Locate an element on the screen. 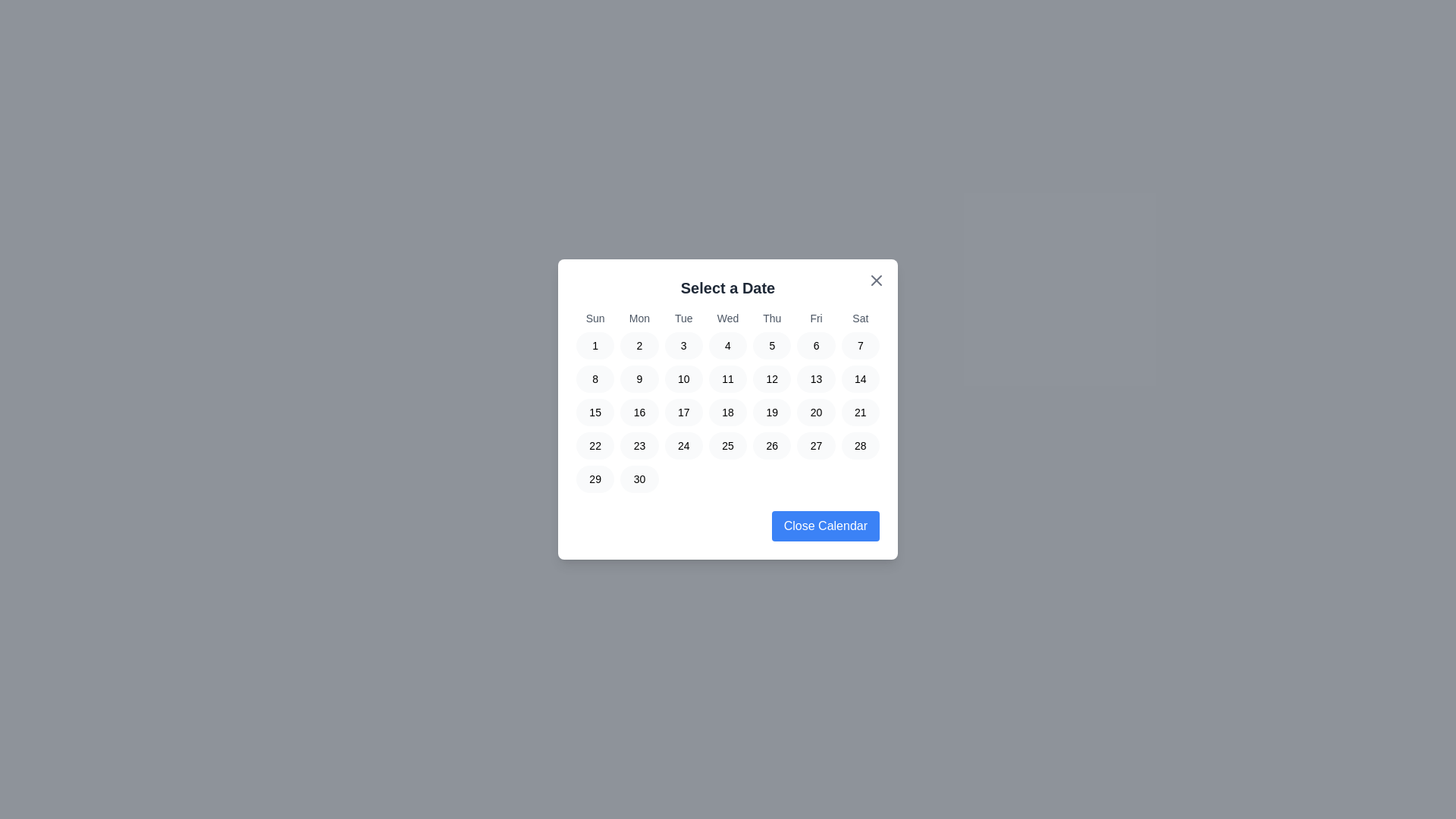 The height and width of the screenshot is (819, 1456). the 'X' button to close the calendar dialog is located at coordinates (877, 281).